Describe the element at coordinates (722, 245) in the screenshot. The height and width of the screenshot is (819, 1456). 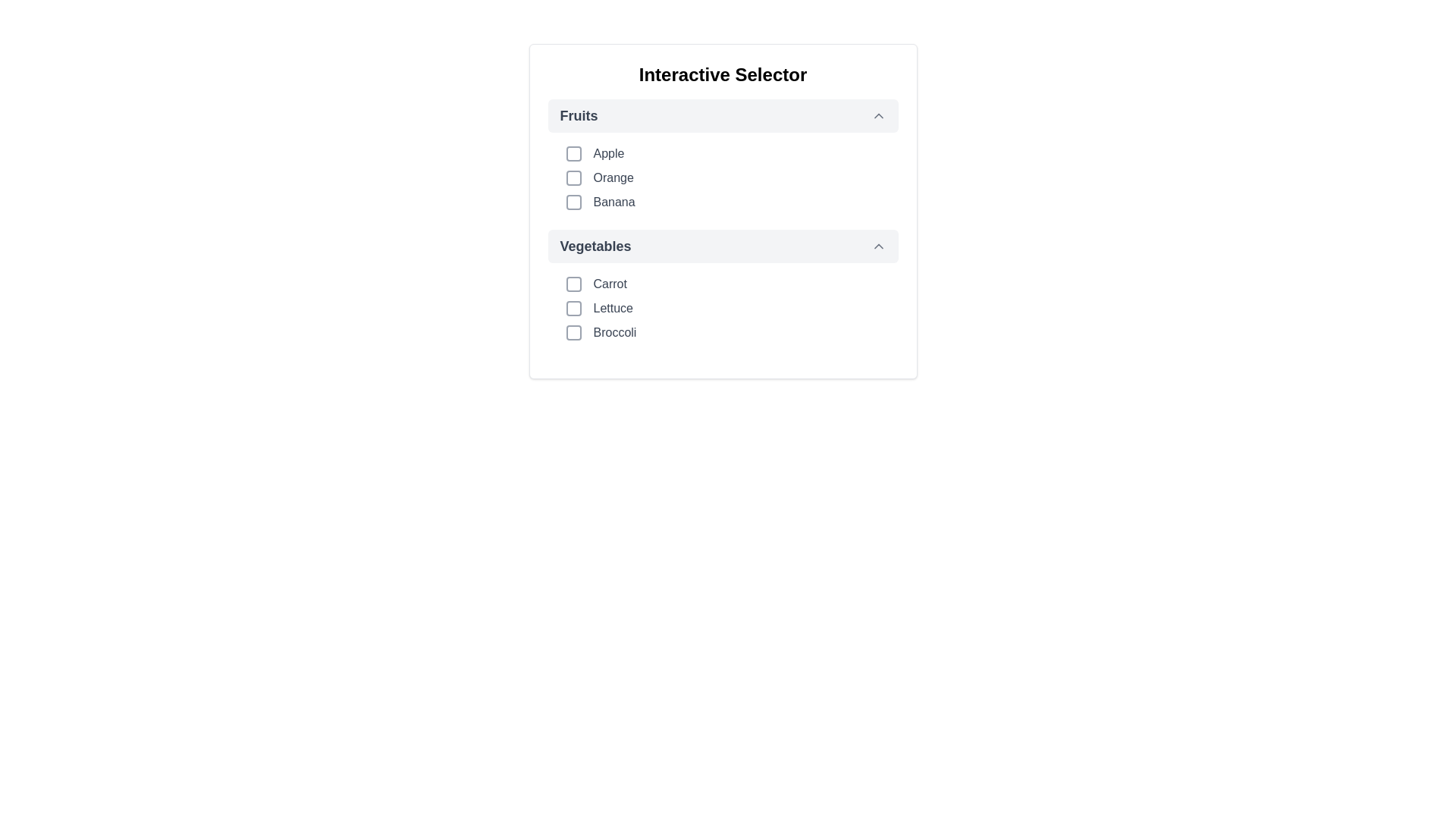
I see `the Dropdown header row for the 'Vegetables' category to enable keyboard interaction` at that location.